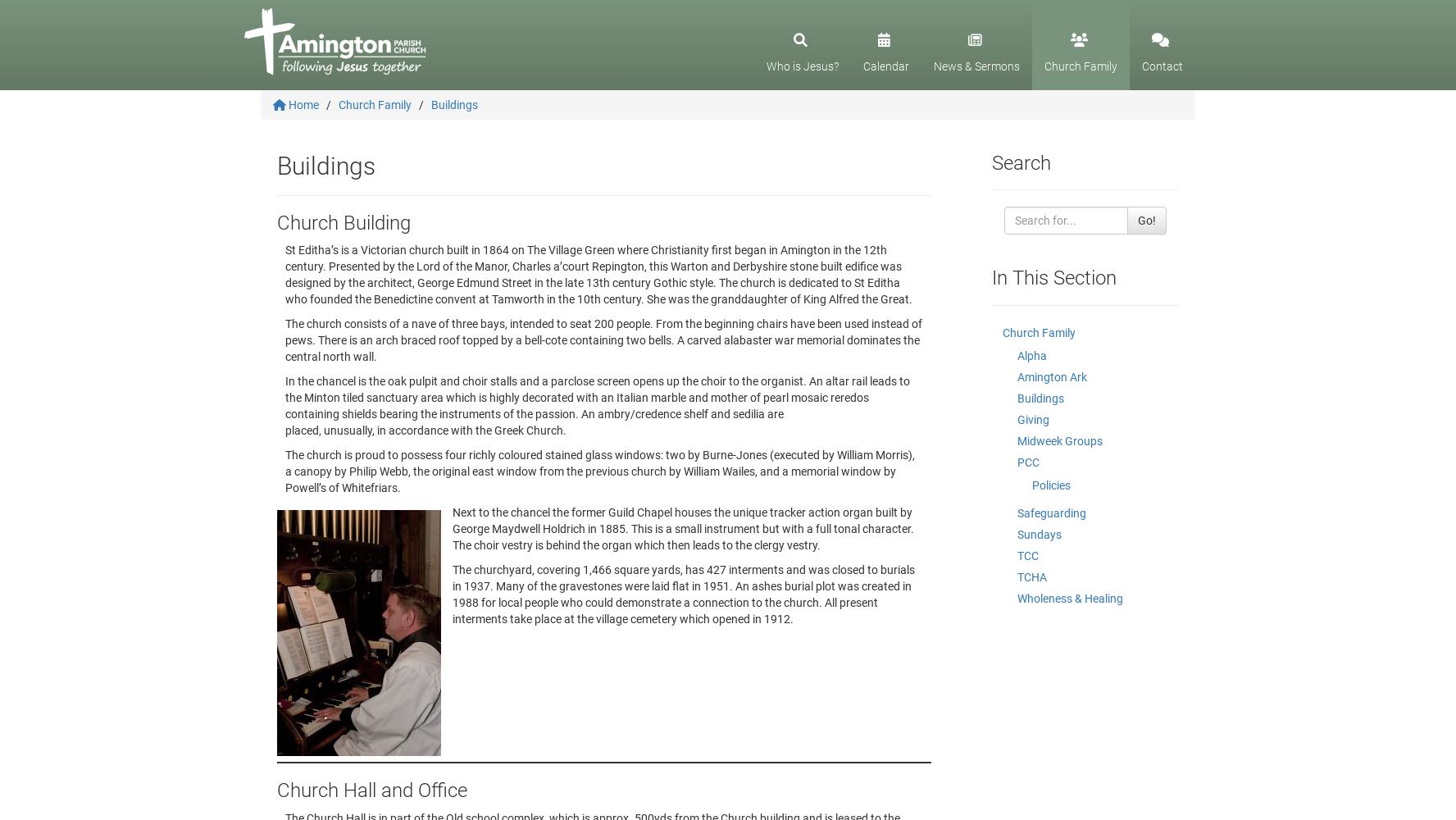 This screenshot has width=1456, height=820. I want to click on 'Contact', so click(1162, 65).